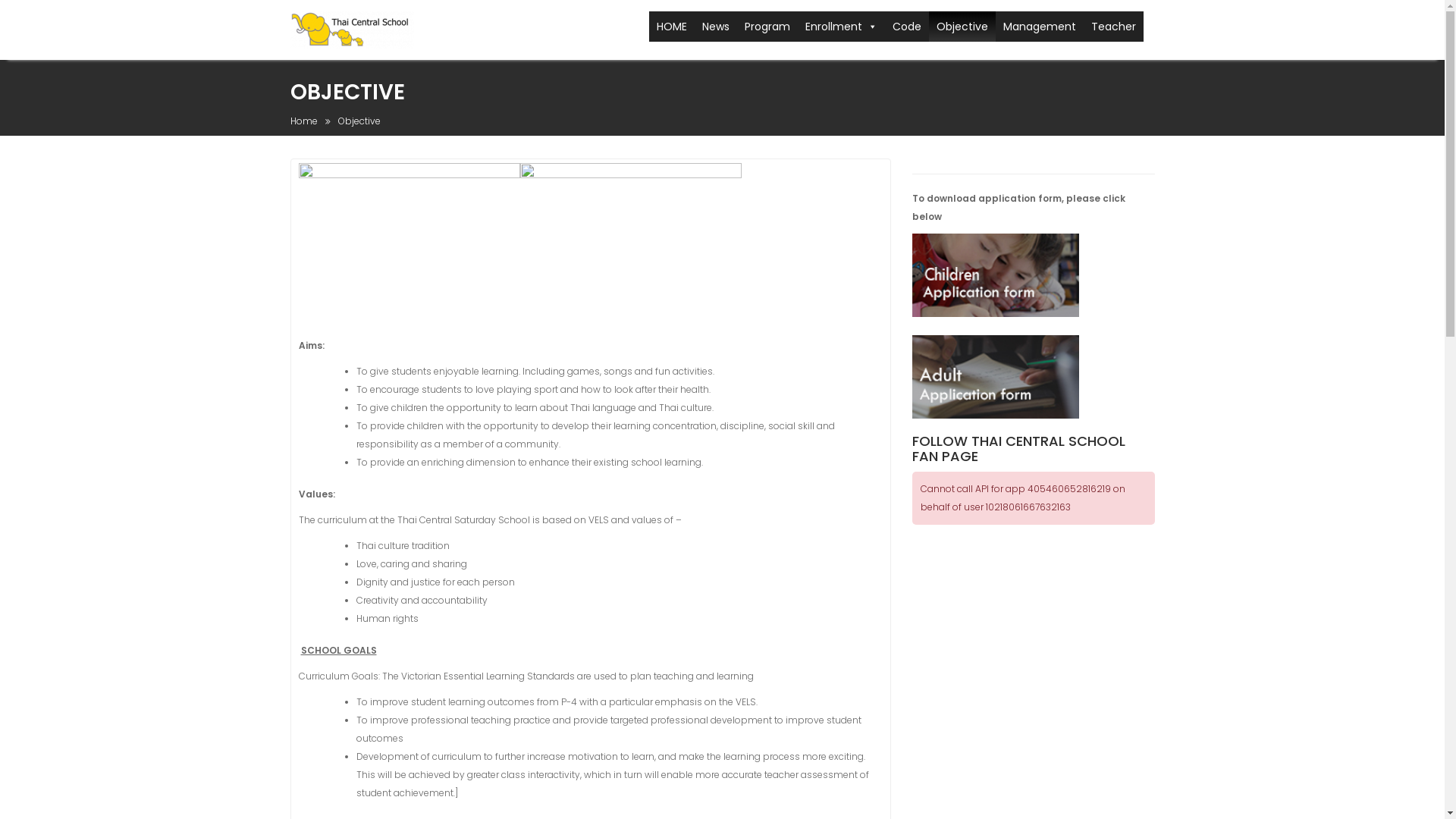 This screenshot has width=1456, height=819. What do you see at coordinates (906, 26) in the screenshot?
I see `'Code'` at bounding box center [906, 26].